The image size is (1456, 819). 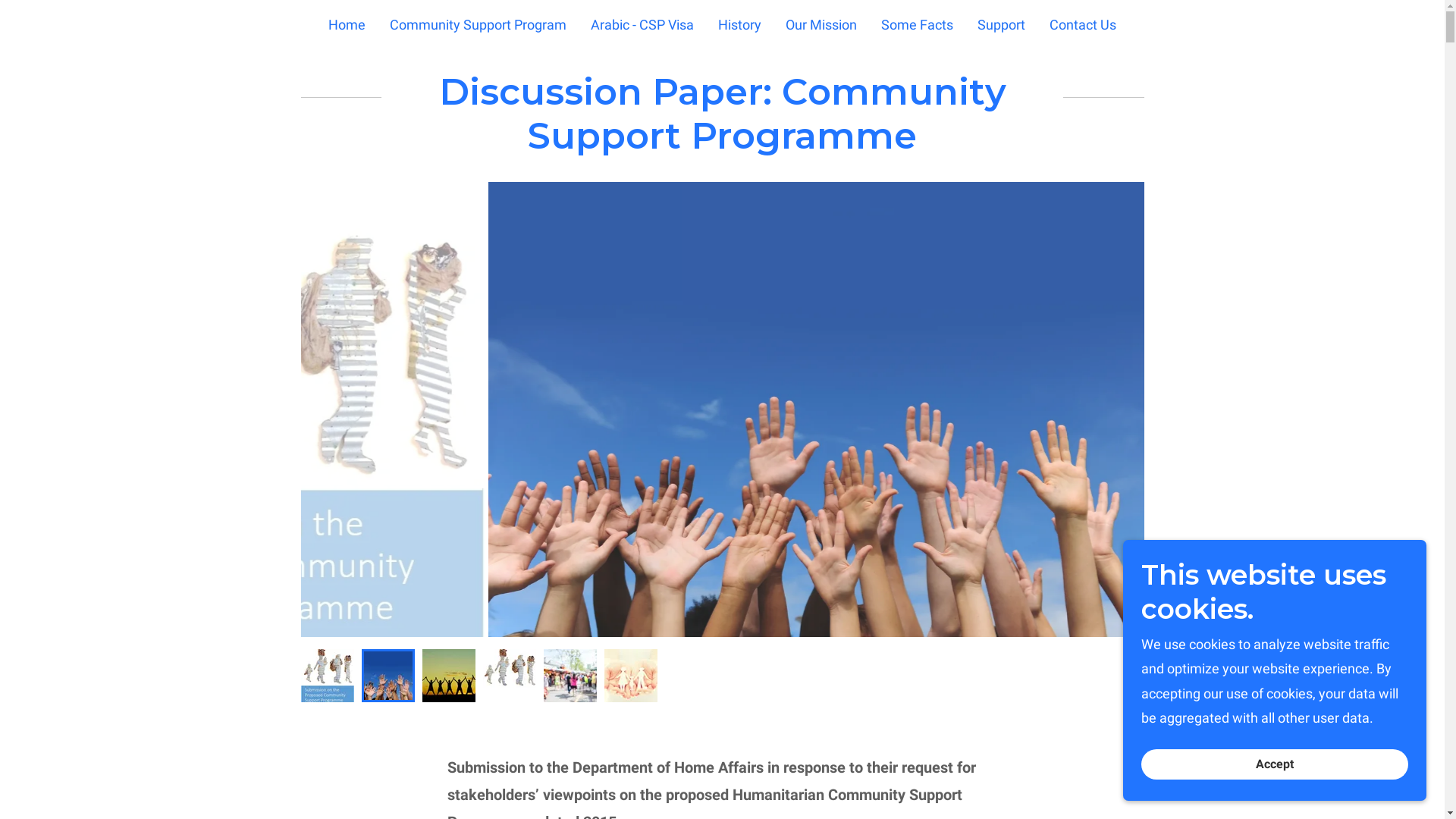 I want to click on 'History', so click(x=739, y=24).